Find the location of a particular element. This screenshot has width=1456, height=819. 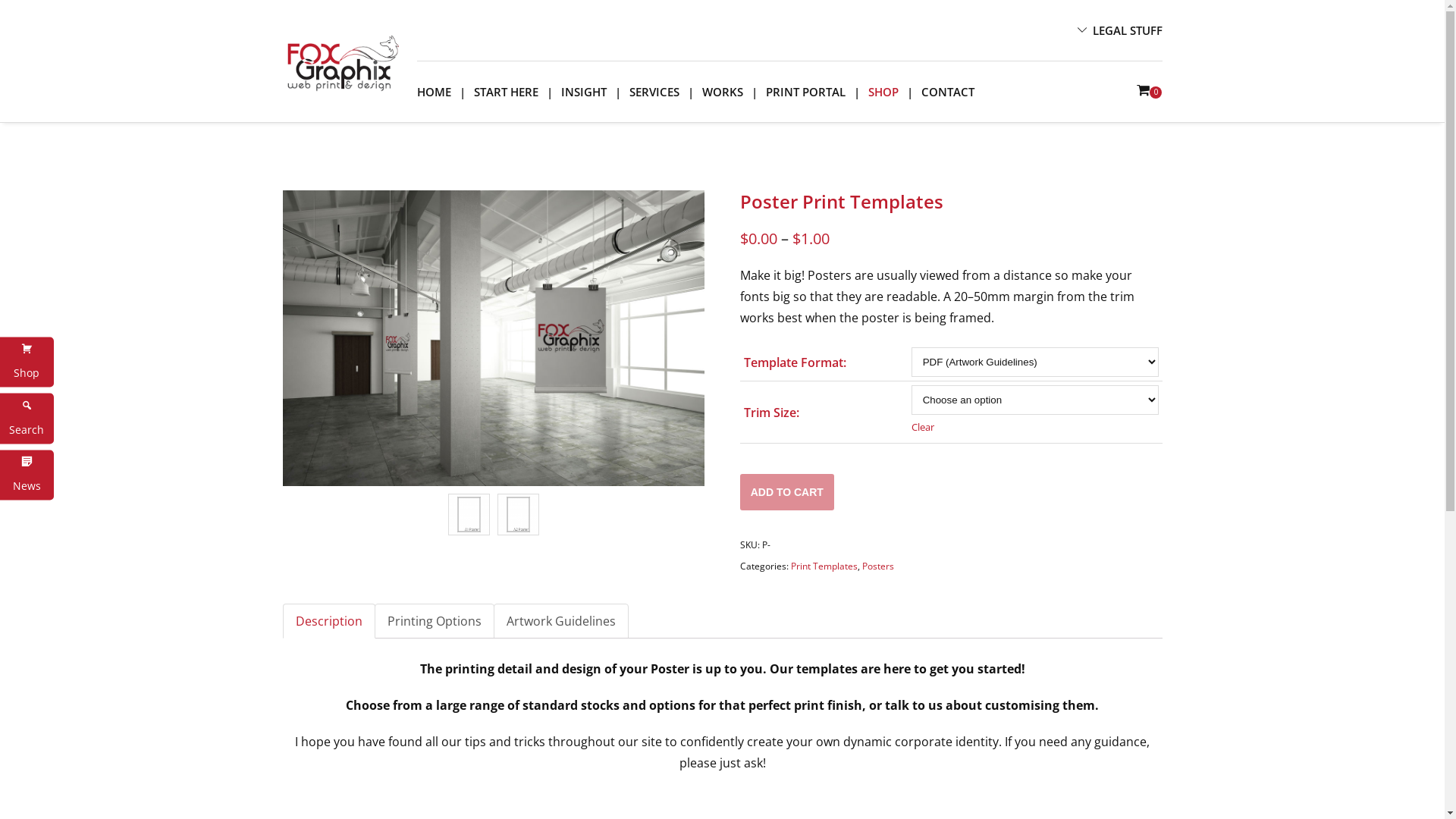

'CONTACT' is located at coordinates (946, 91).